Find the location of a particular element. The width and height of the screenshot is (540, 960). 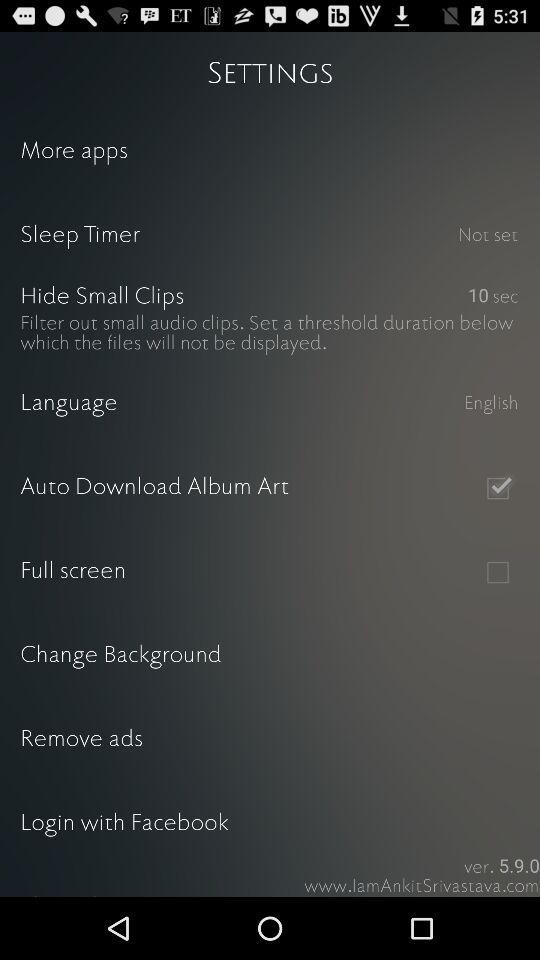

share the app is located at coordinates (270, 880).